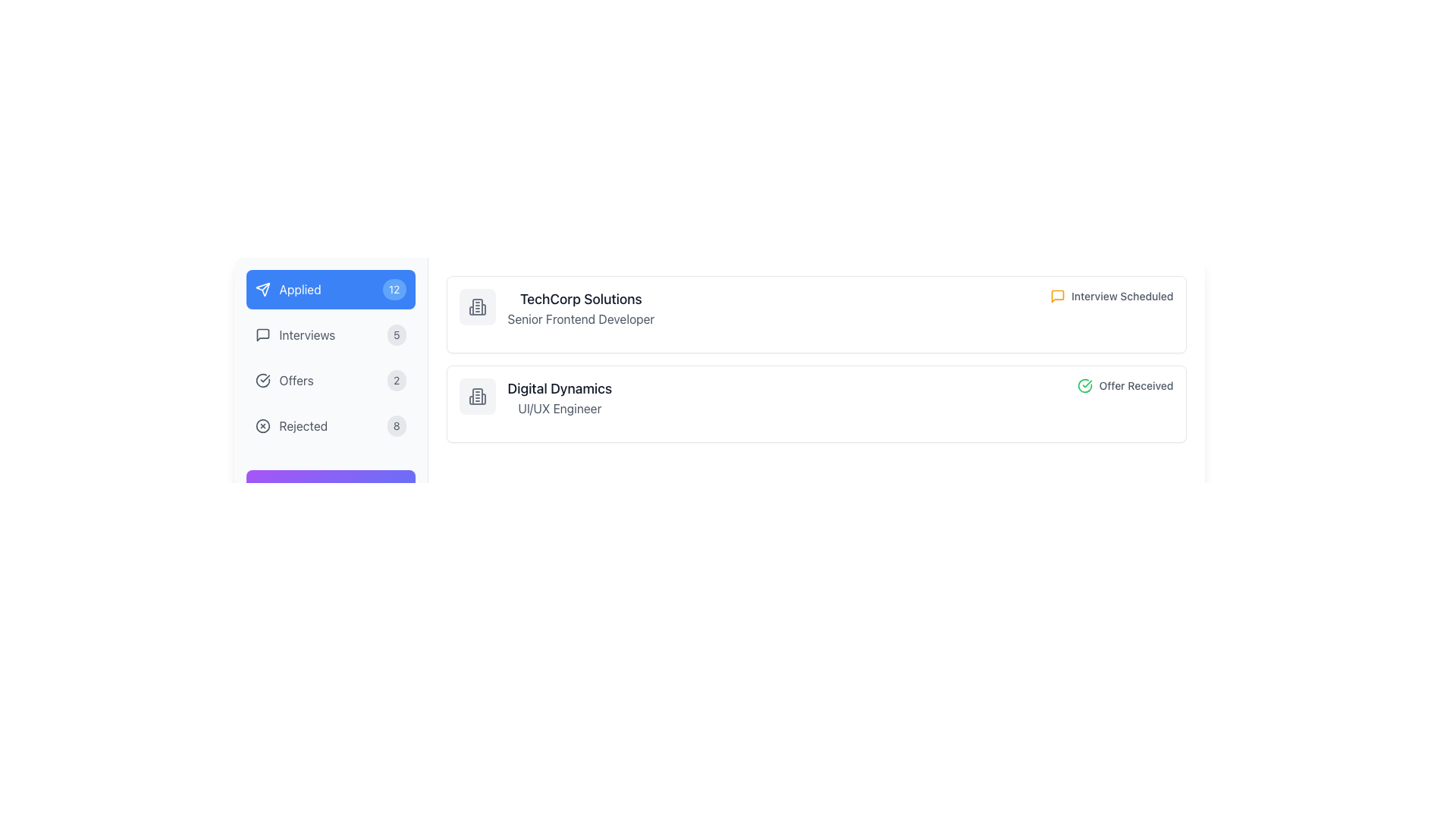 Image resolution: width=1456 pixels, height=819 pixels. What do you see at coordinates (262, 379) in the screenshot?
I see `the SVG-based icon representing a status marker, which is a circular outline with a checkmark inside, located to the left of the text 'Offers'` at bounding box center [262, 379].